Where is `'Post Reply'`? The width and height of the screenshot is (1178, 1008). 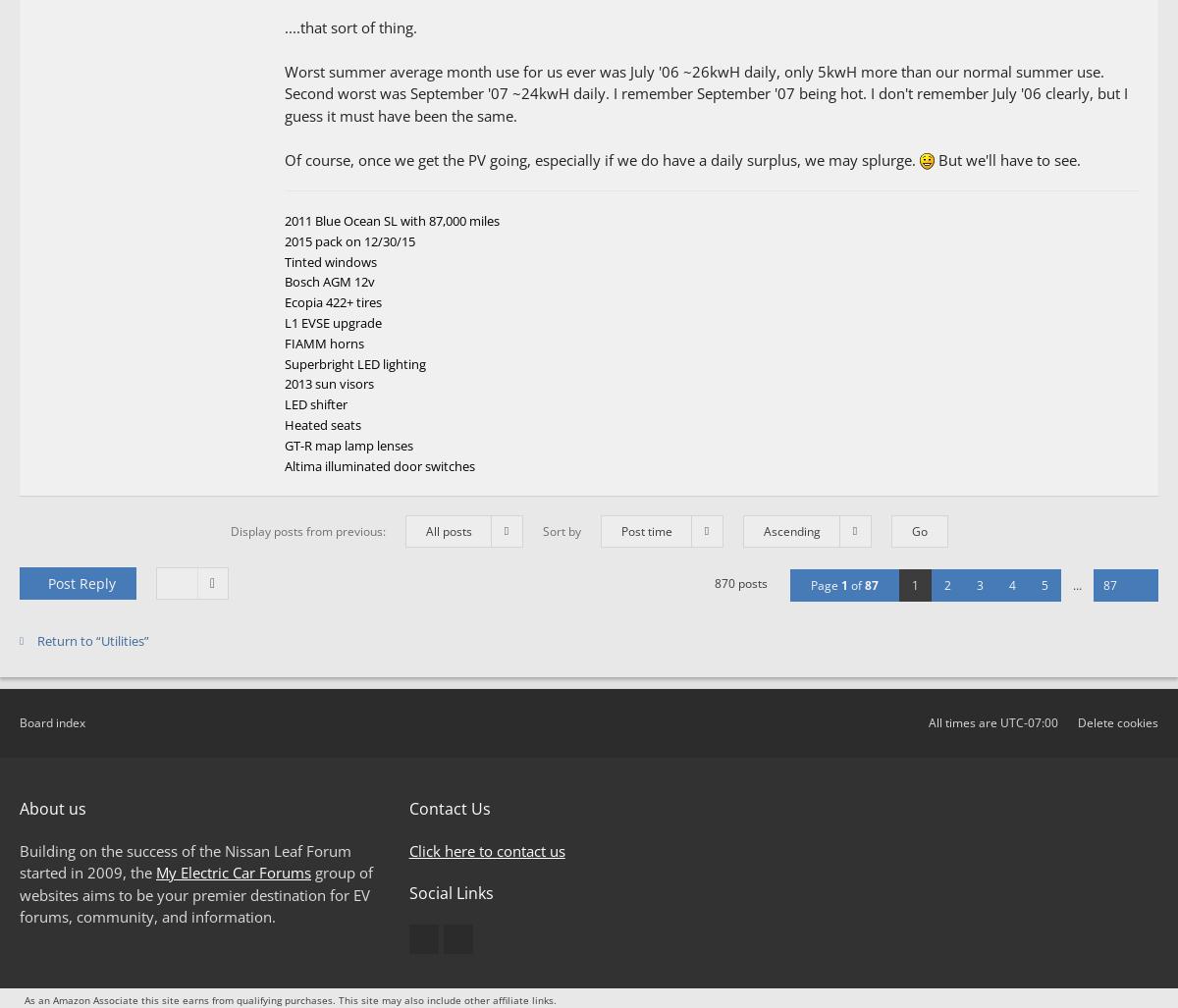 'Post Reply' is located at coordinates (80, 583).